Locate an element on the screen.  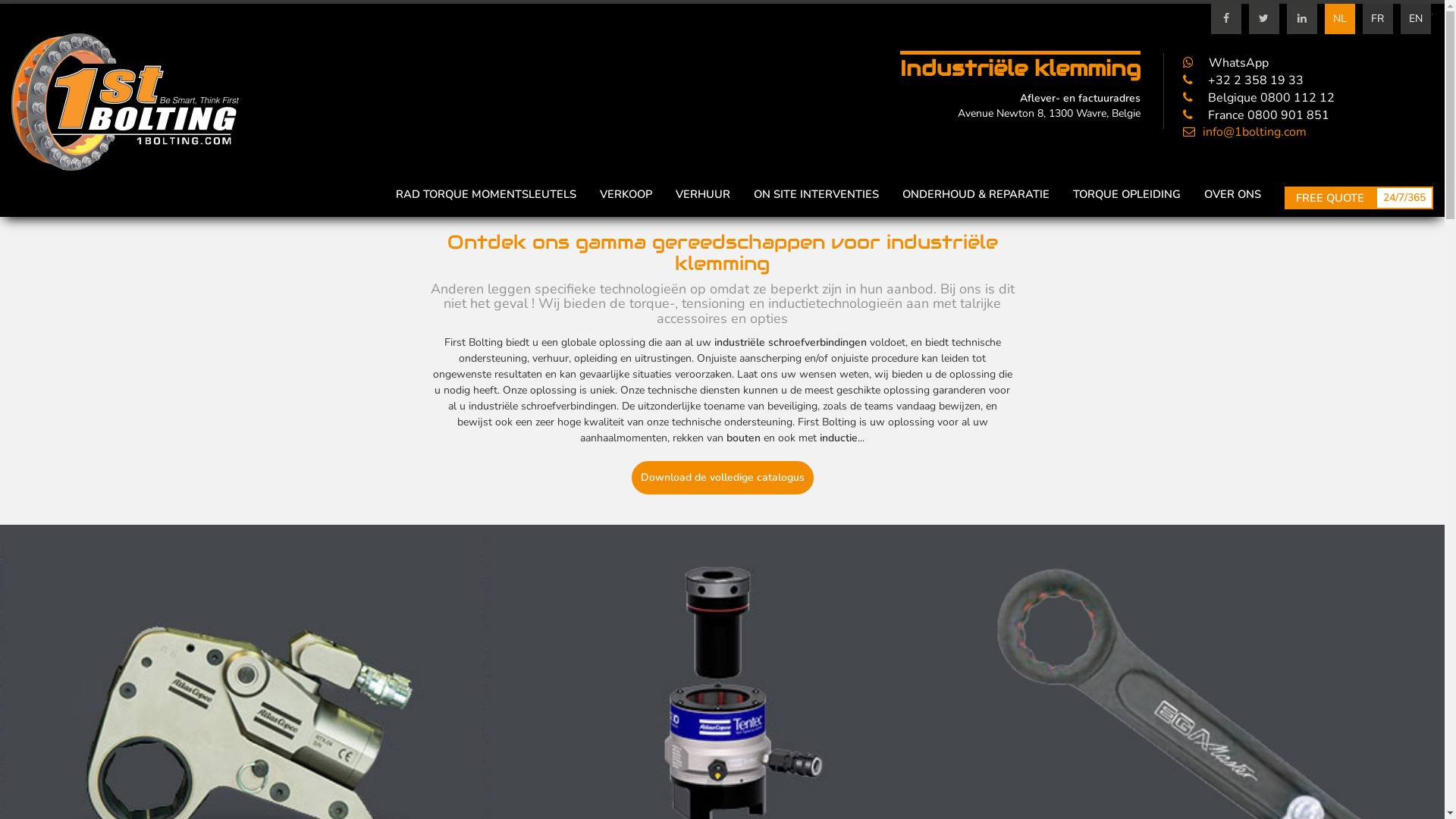
'VERKOOP' is located at coordinates (626, 193).